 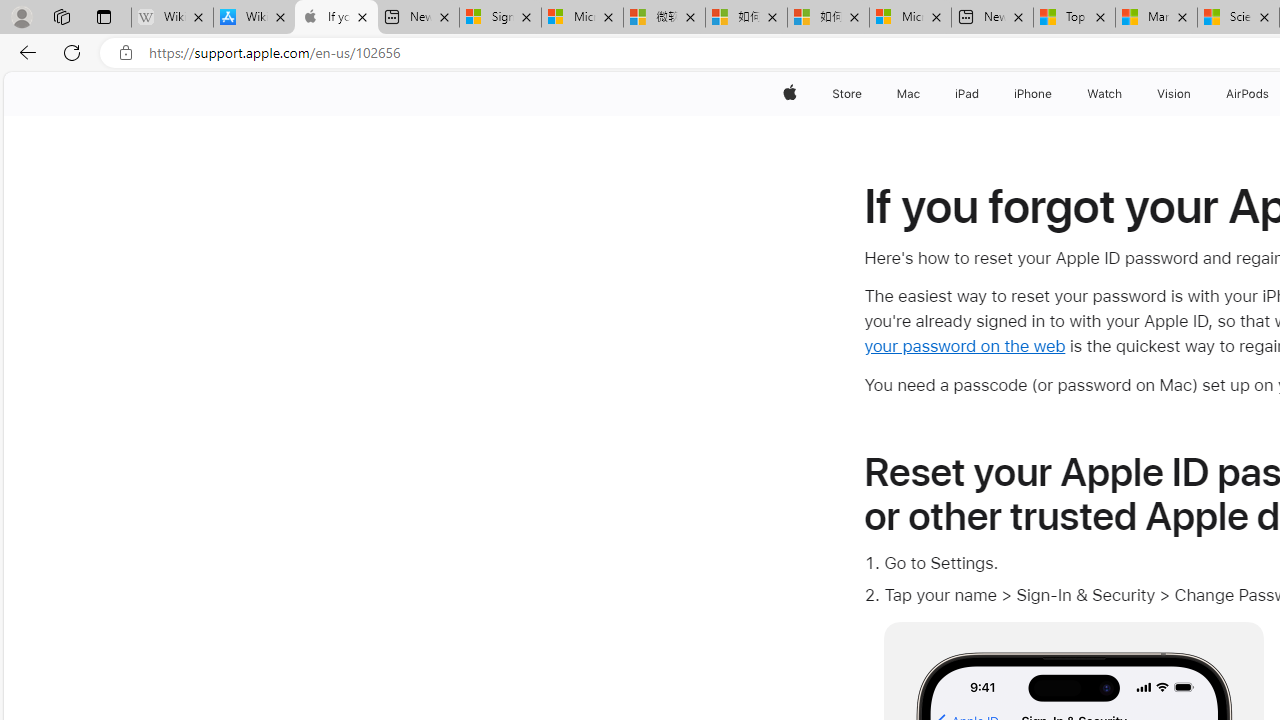 I want to click on 'Vision', so click(x=1175, y=93).